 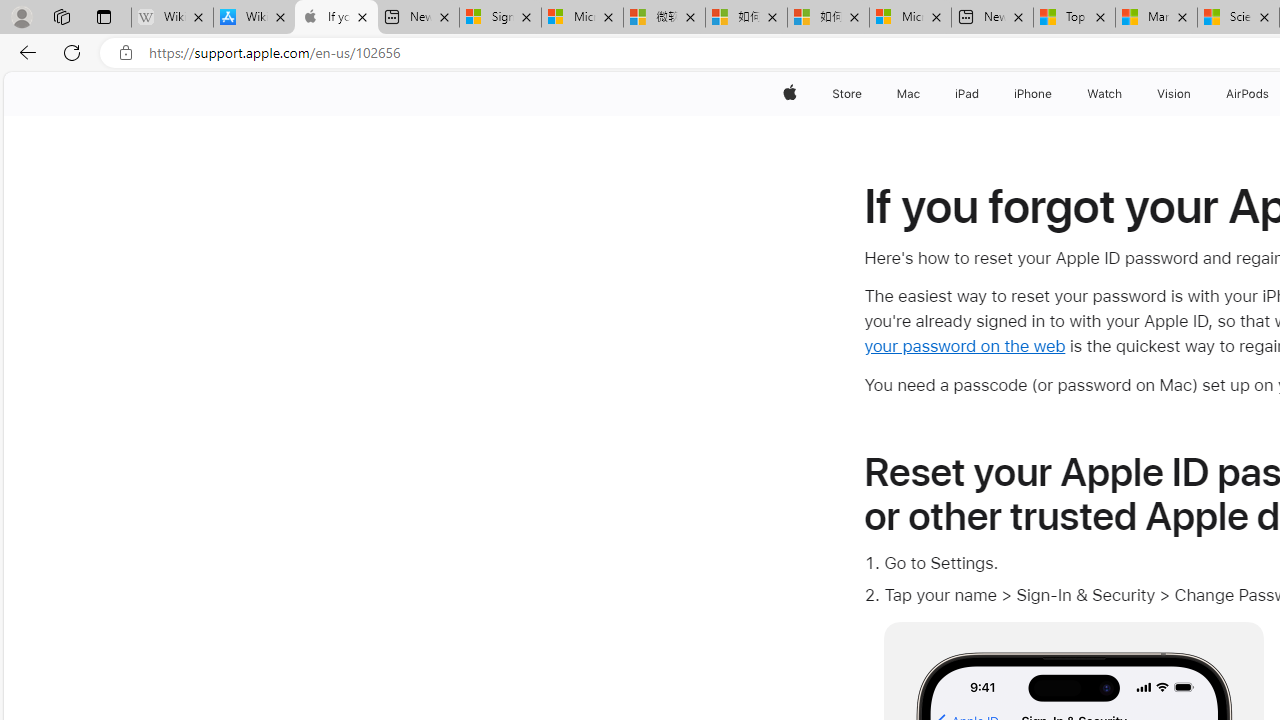 I want to click on 'Vision', so click(x=1175, y=93).